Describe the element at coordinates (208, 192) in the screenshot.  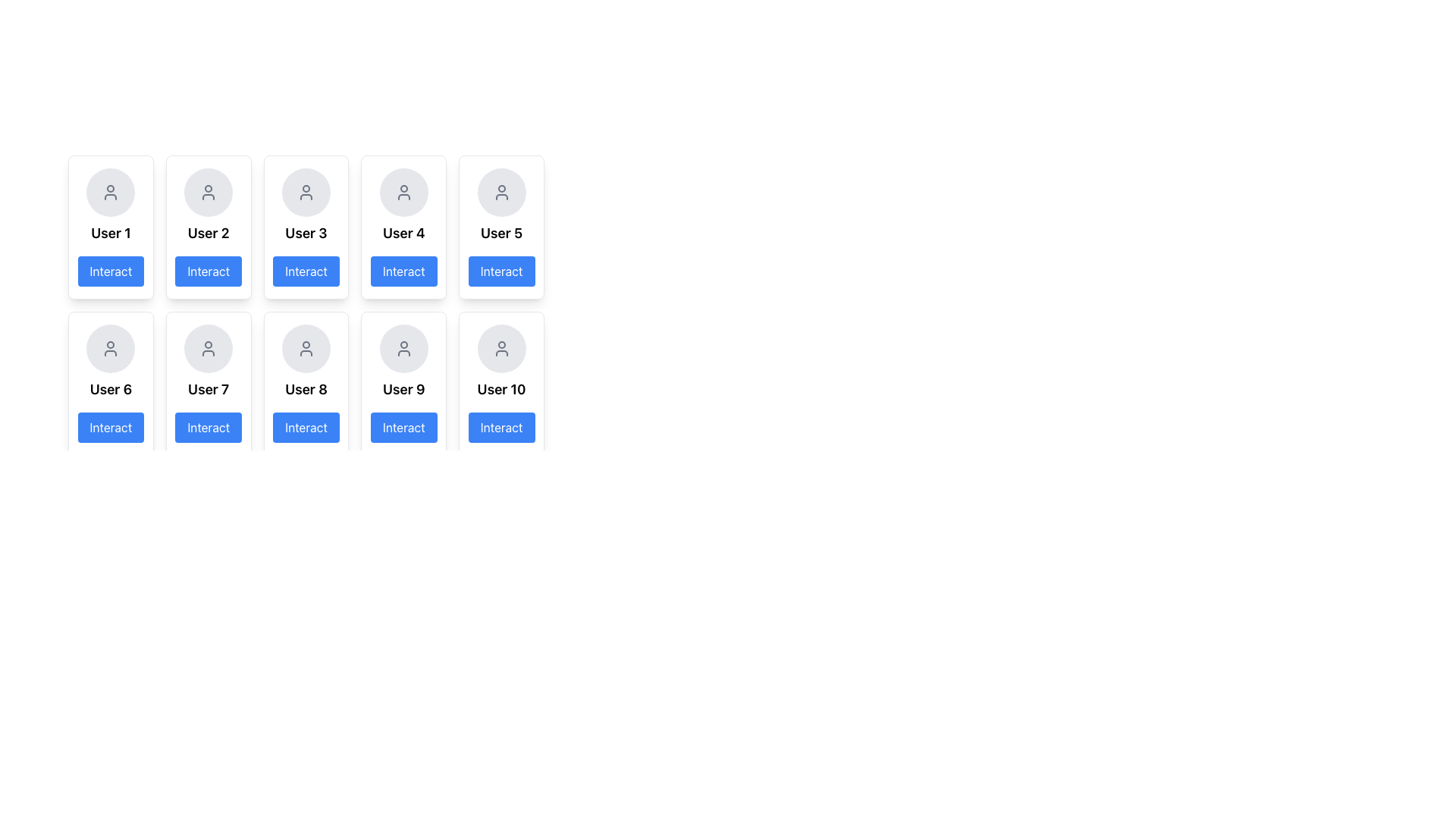
I see `the circular user icon with a light gray background and a black minimalistic user silhouette located at the top center of the 'User 2' card, which is the second card in the grid layout` at that location.